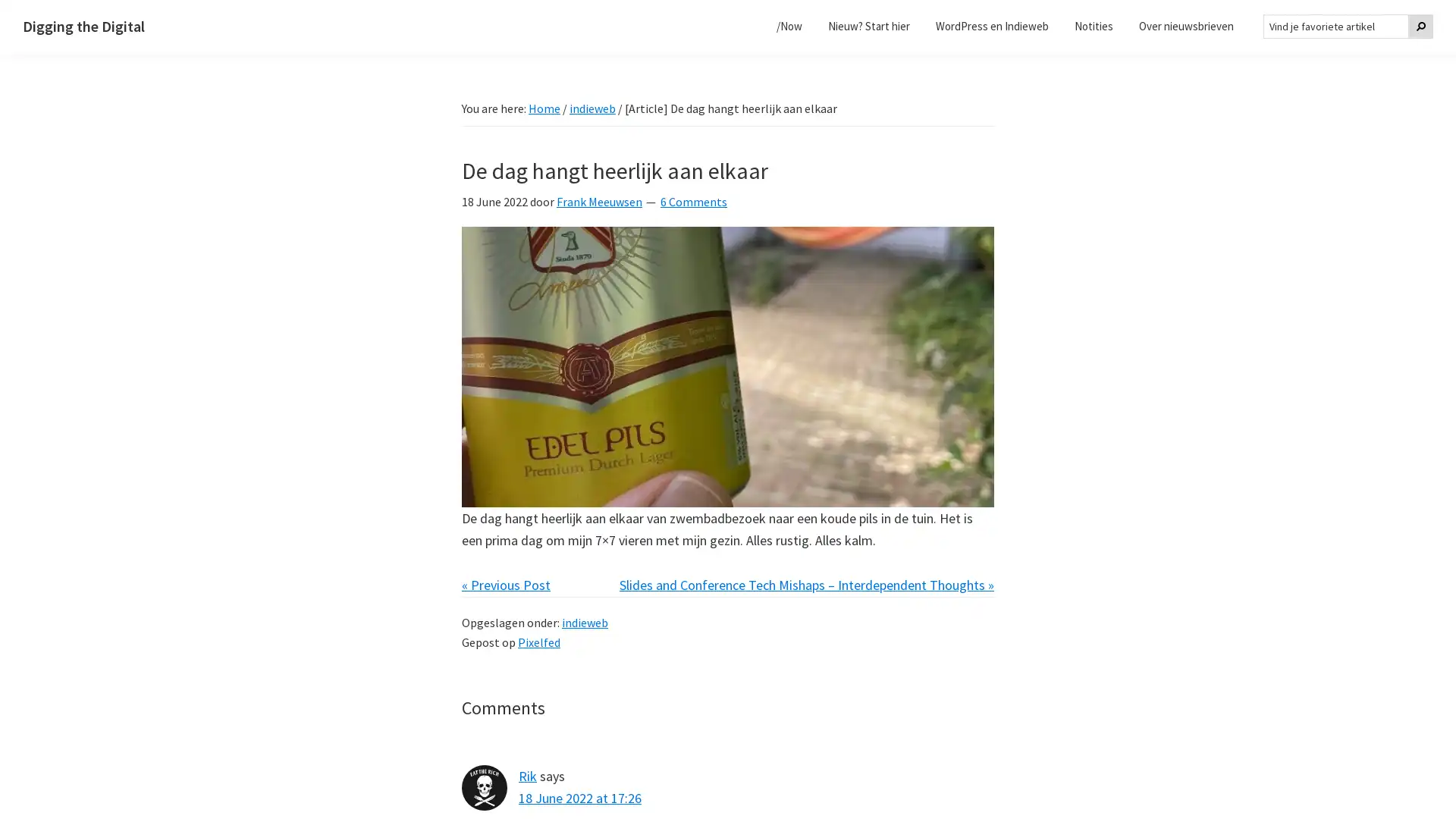 Image resolution: width=1456 pixels, height=819 pixels. Describe the element at coordinates (1420, 26) in the screenshot. I see `Search` at that location.